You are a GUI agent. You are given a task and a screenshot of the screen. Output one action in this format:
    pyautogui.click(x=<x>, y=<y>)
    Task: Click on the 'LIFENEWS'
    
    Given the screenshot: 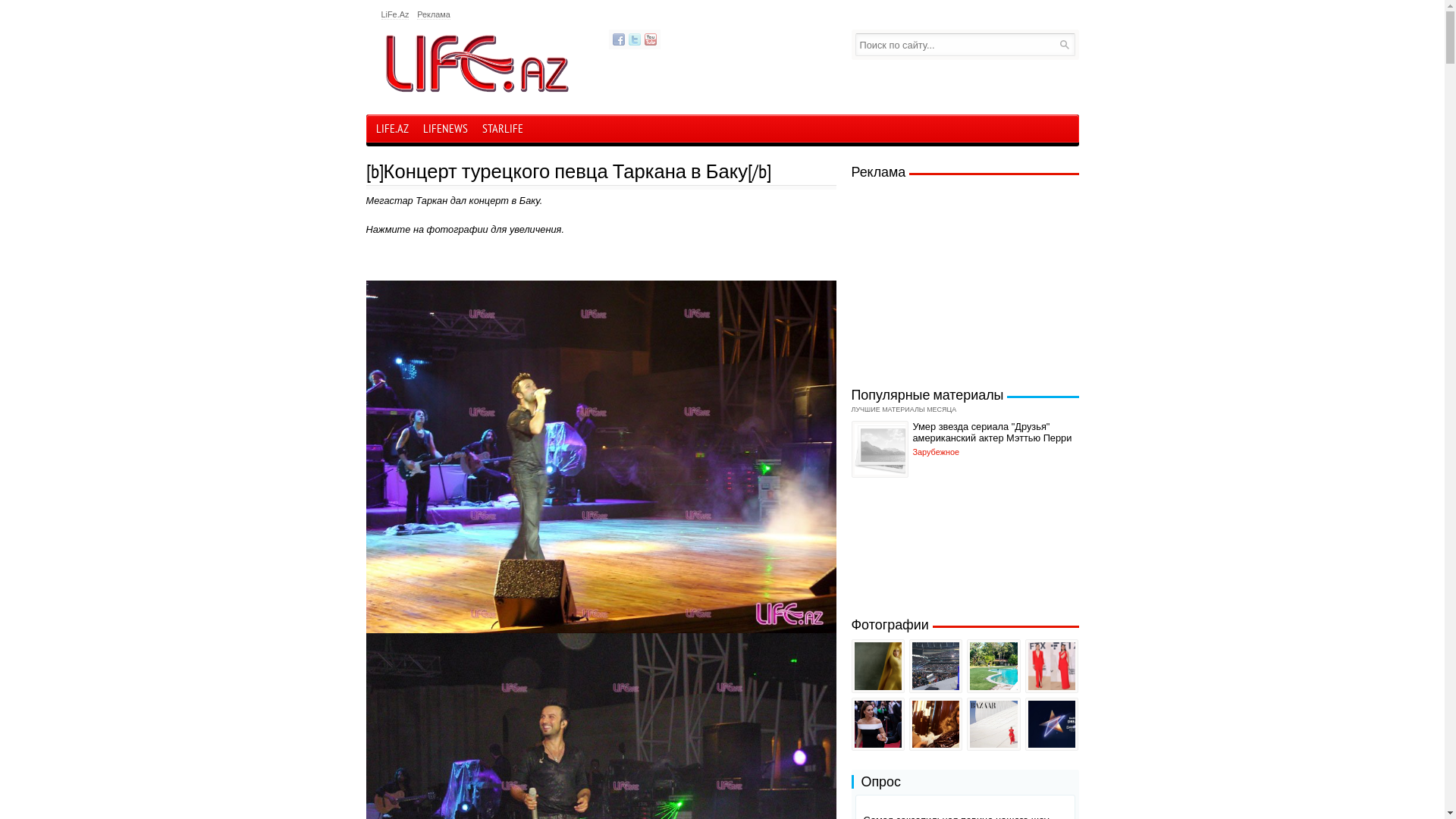 What is the action you would take?
    pyautogui.click(x=444, y=130)
    